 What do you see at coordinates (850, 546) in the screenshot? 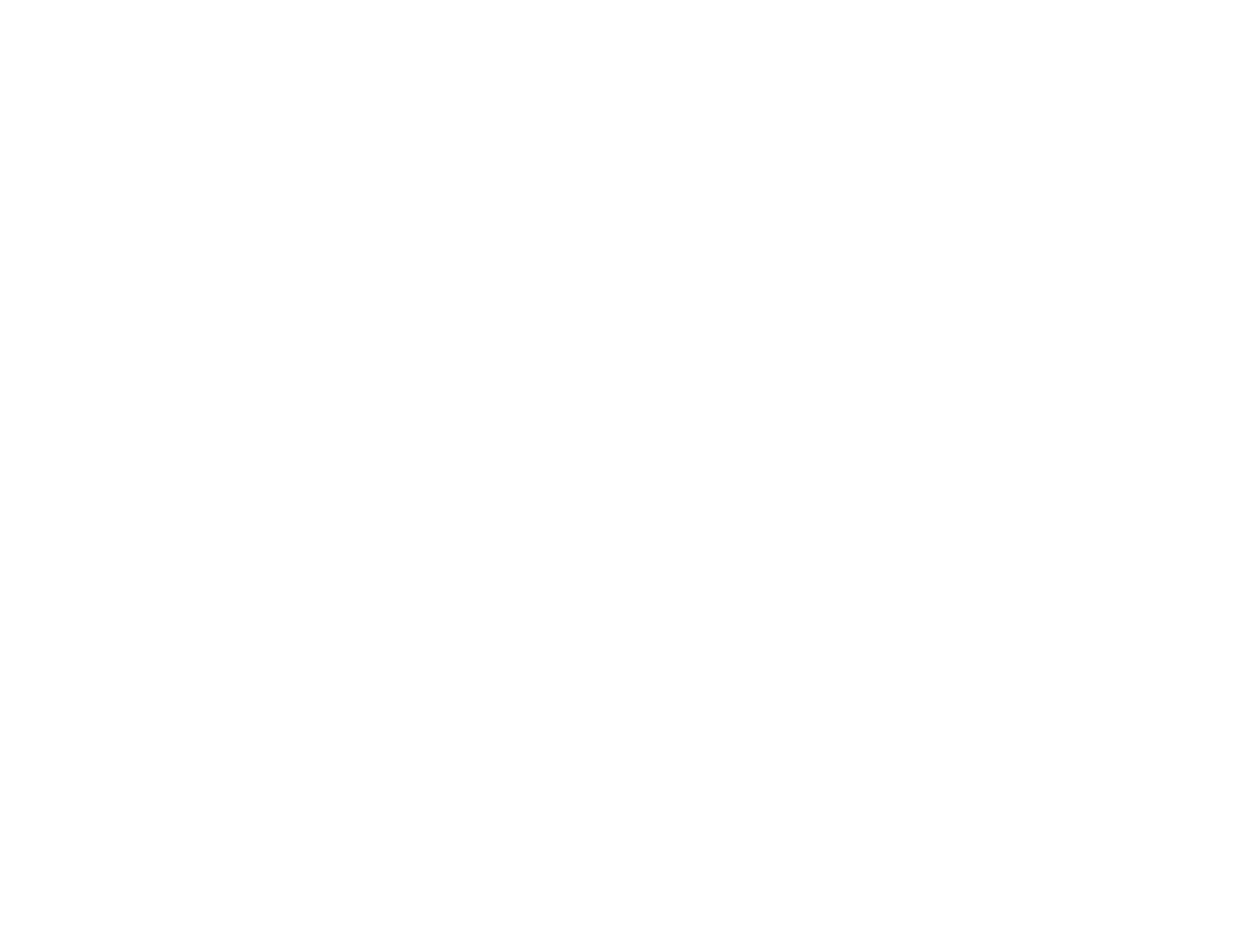
I see `'Enquiries & Sales'` at bounding box center [850, 546].